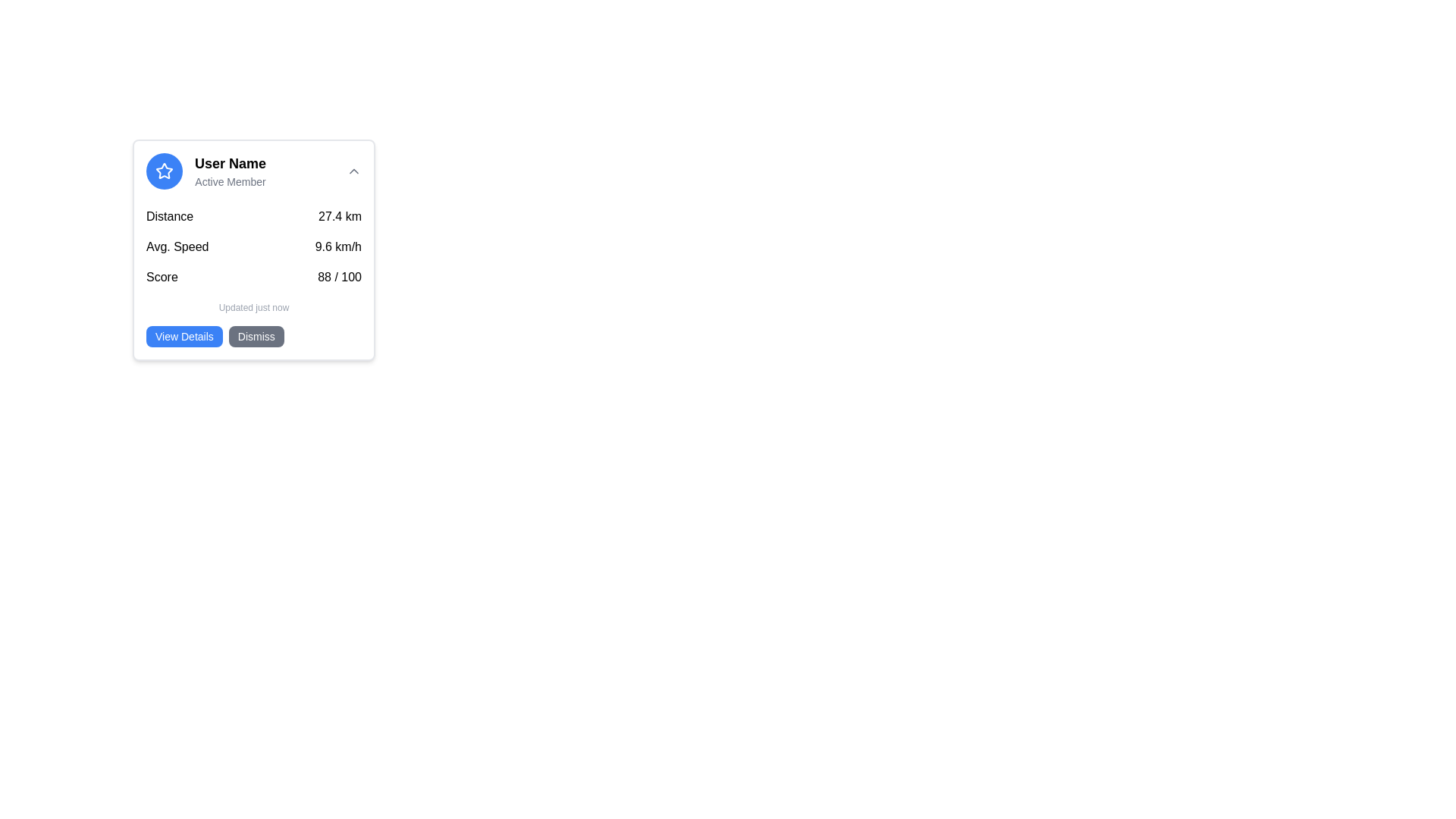 Image resolution: width=1456 pixels, height=819 pixels. Describe the element at coordinates (164, 171) in the screenshot. I see `the graphic badge or icon located to the left of the text block containing 'User Name' and 'Active Member'` at that location.